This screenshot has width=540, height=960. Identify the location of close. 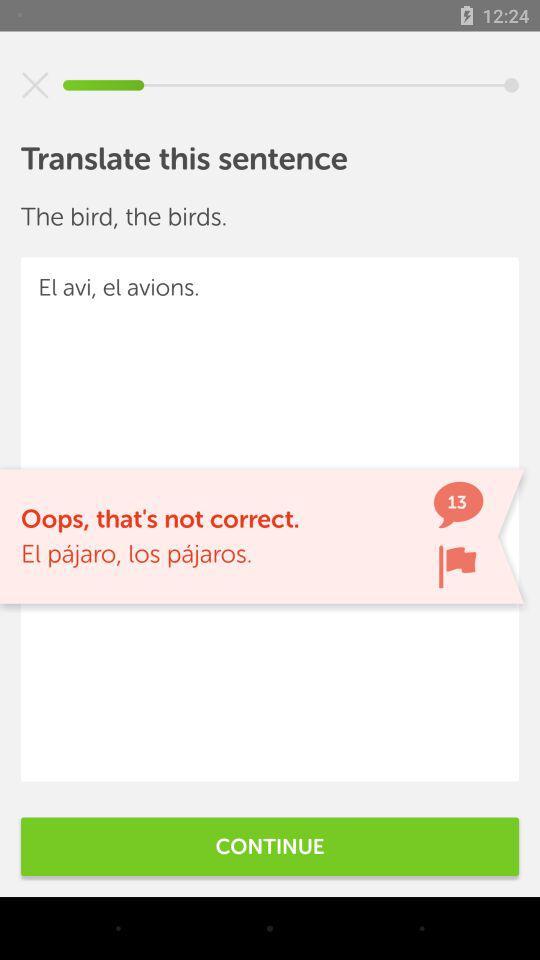
(35, 85).